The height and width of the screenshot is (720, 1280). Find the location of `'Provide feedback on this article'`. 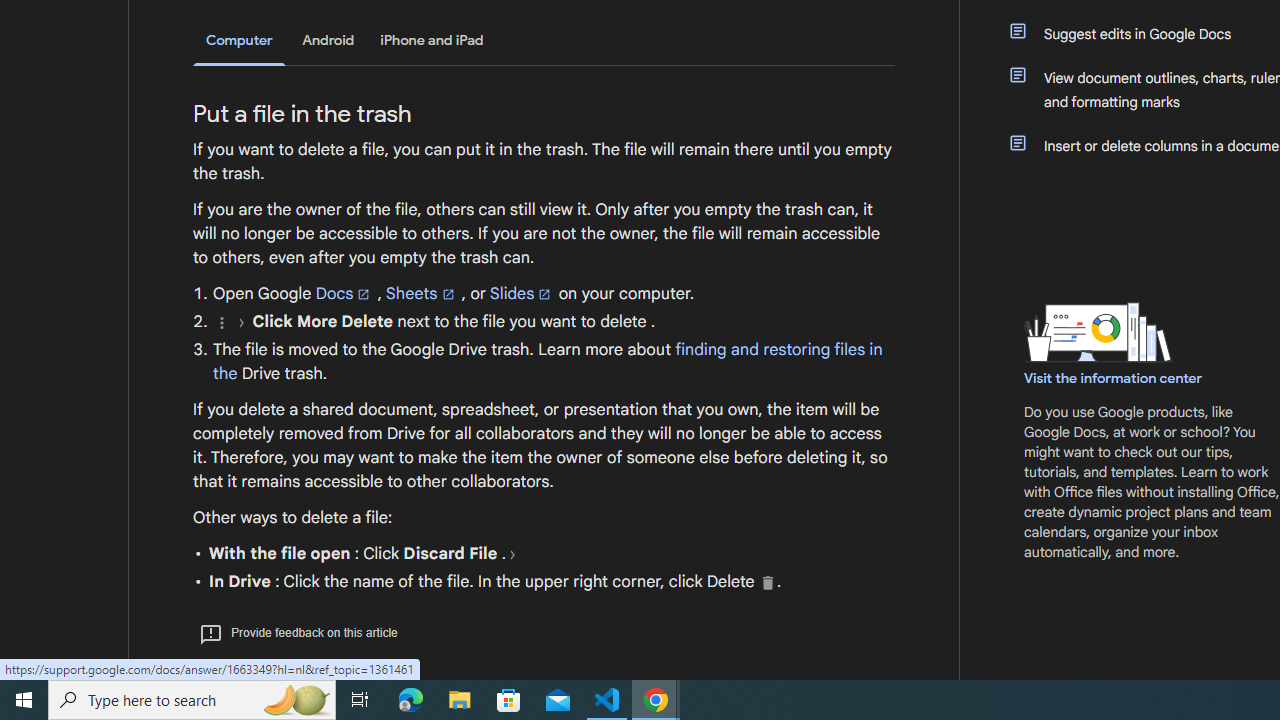

'Provide feedback on this article' is located at coordinates (297, 632).